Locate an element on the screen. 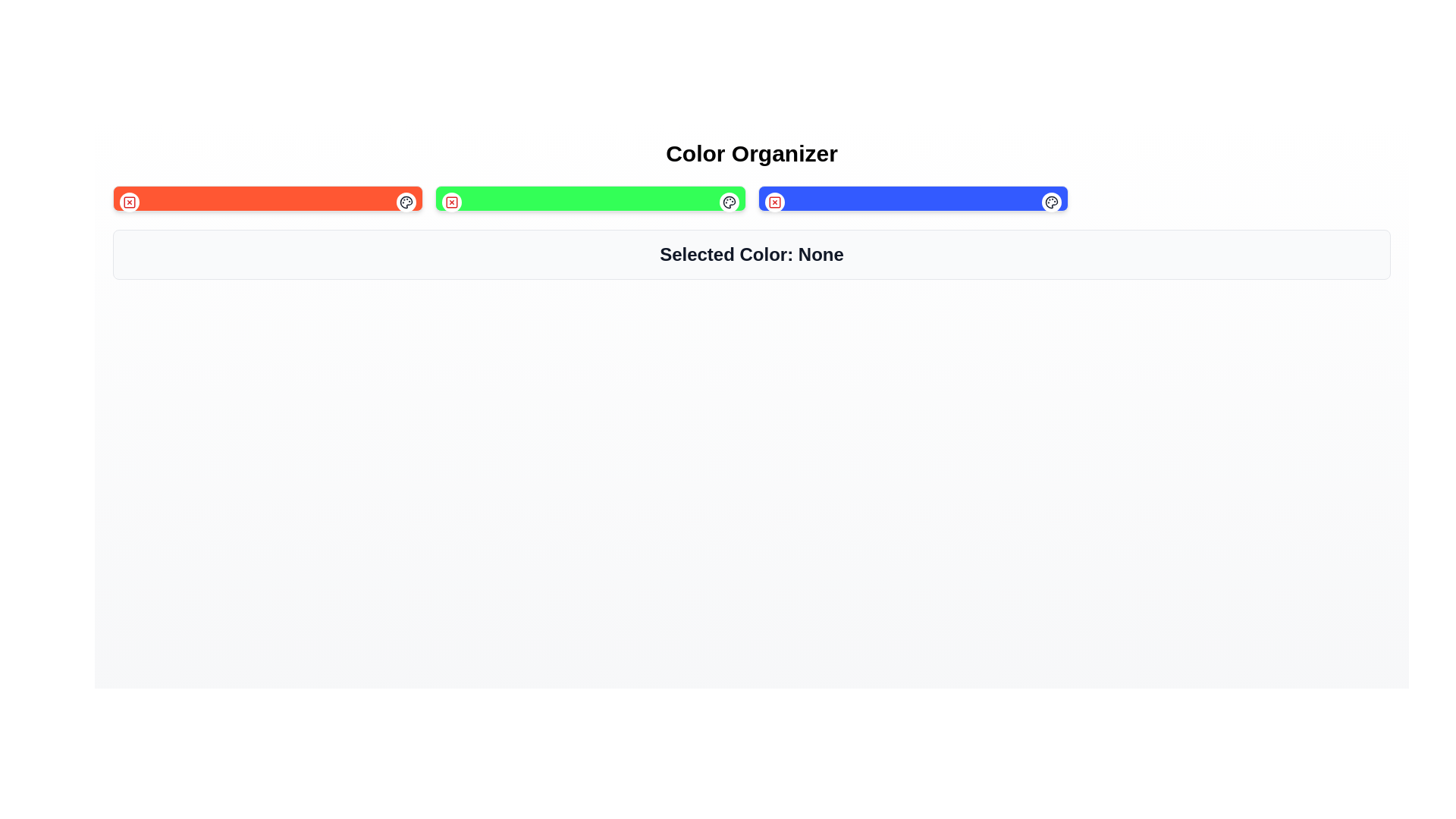 The width and height of the screenshot is (1456, 819). the circular button with a palette icon located at the top-right corner of the orange section is located at coordinates (406, 201).